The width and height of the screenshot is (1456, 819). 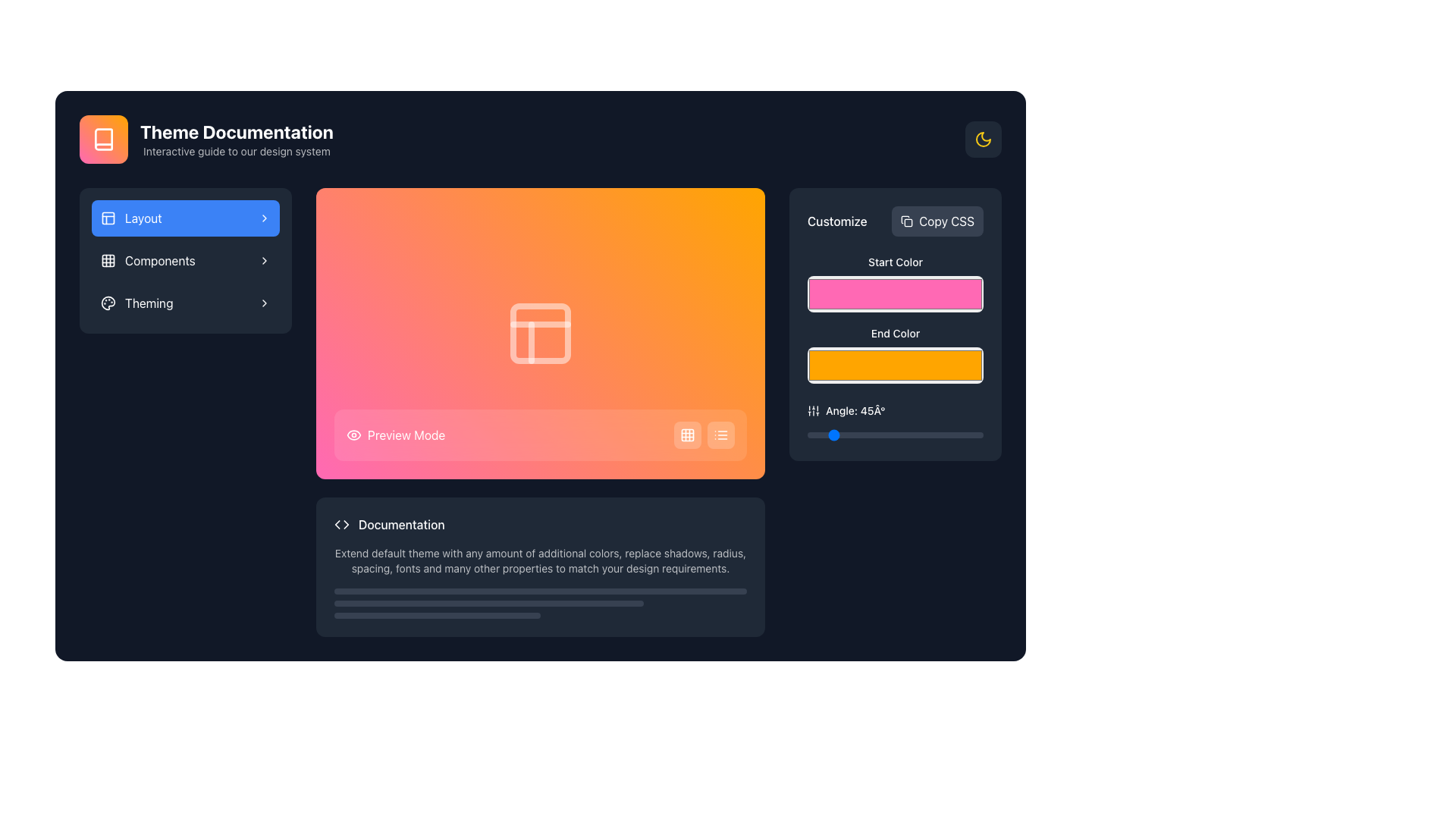 What do you see at coordinates (184, 303) in the screenshot?
I see `the navigation button` at bounding box center [184, 303].